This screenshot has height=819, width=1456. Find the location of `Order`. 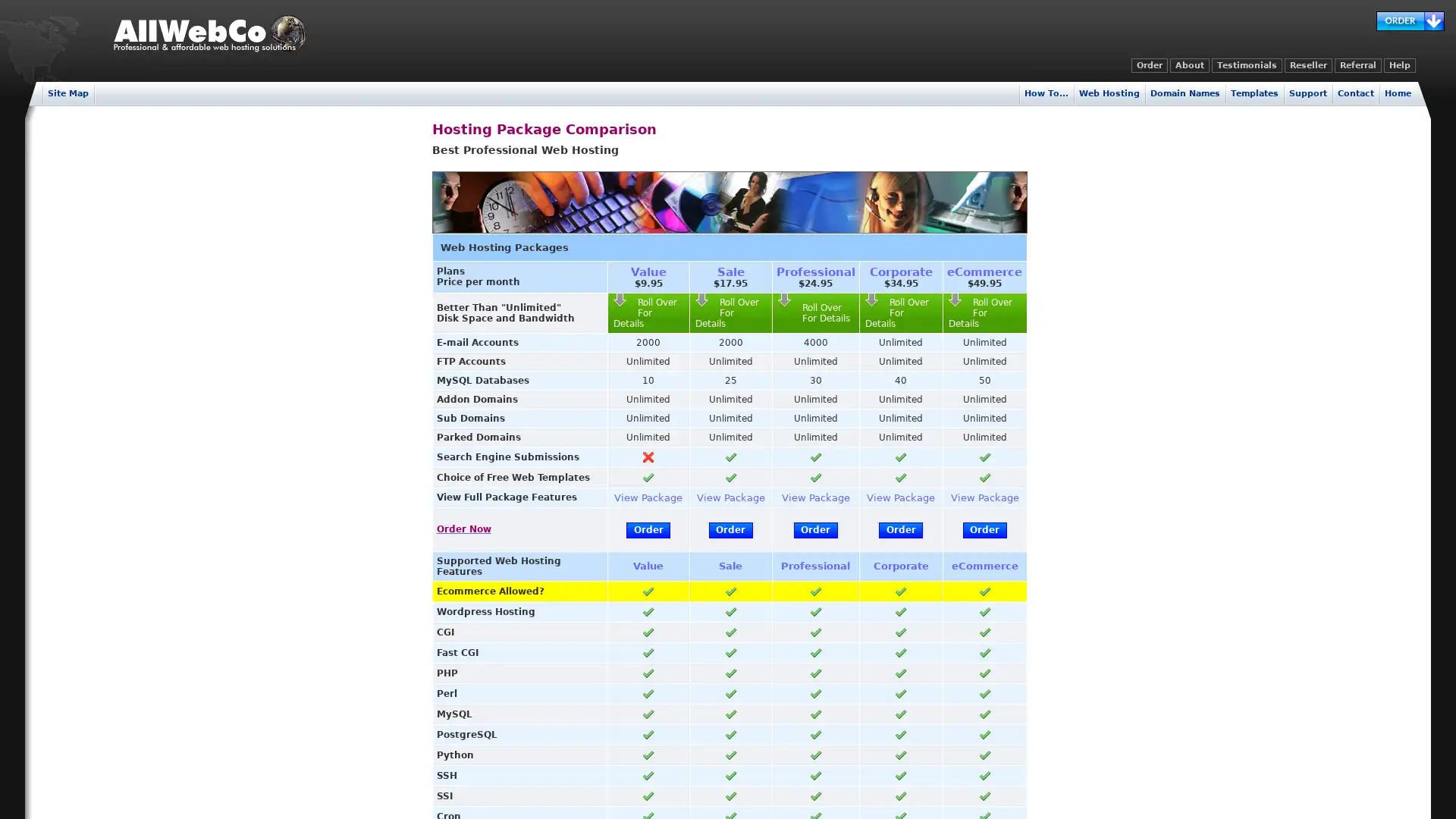

Order is located at coordinates (814, 529).